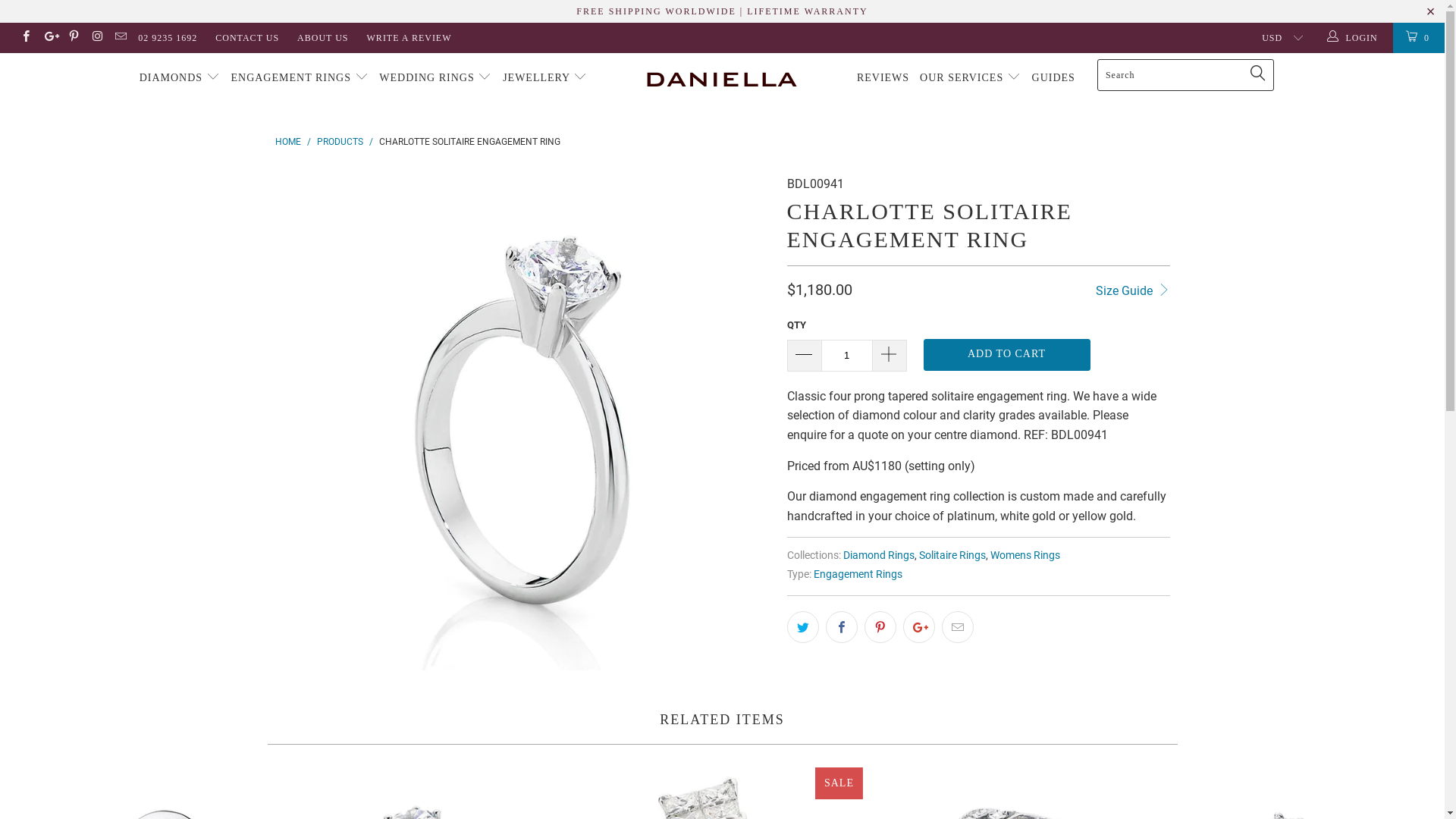 Image resolution: width=1456 pixels, height=819 pixels. What do you see at coordinates (956, 626) in the screenshot?
I see `'Email this to a friend'` at bounding box center [956, 626].